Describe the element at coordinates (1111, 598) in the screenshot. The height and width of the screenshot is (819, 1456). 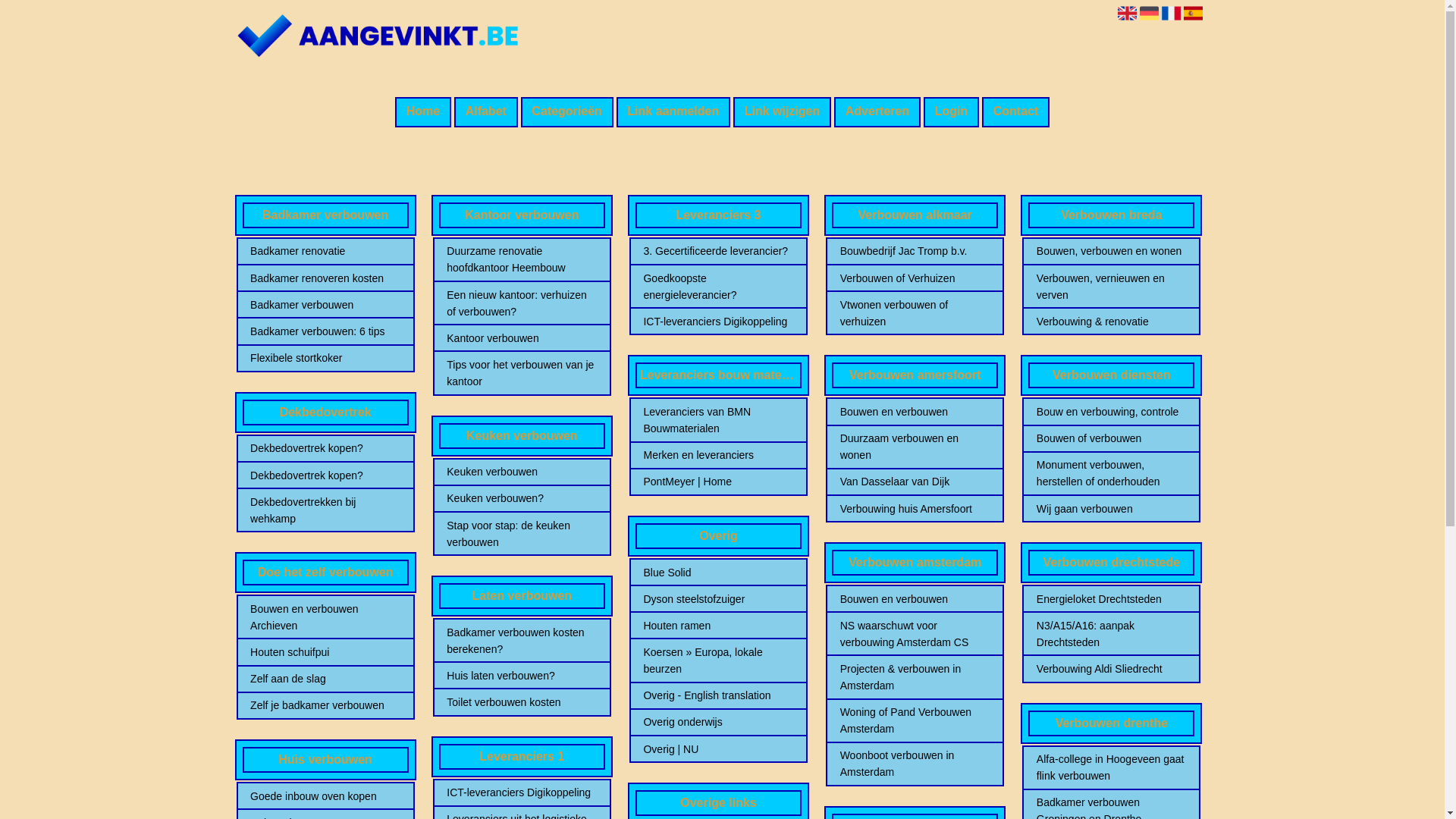
I see `'Energieloket Drechtsteden'` at that location.